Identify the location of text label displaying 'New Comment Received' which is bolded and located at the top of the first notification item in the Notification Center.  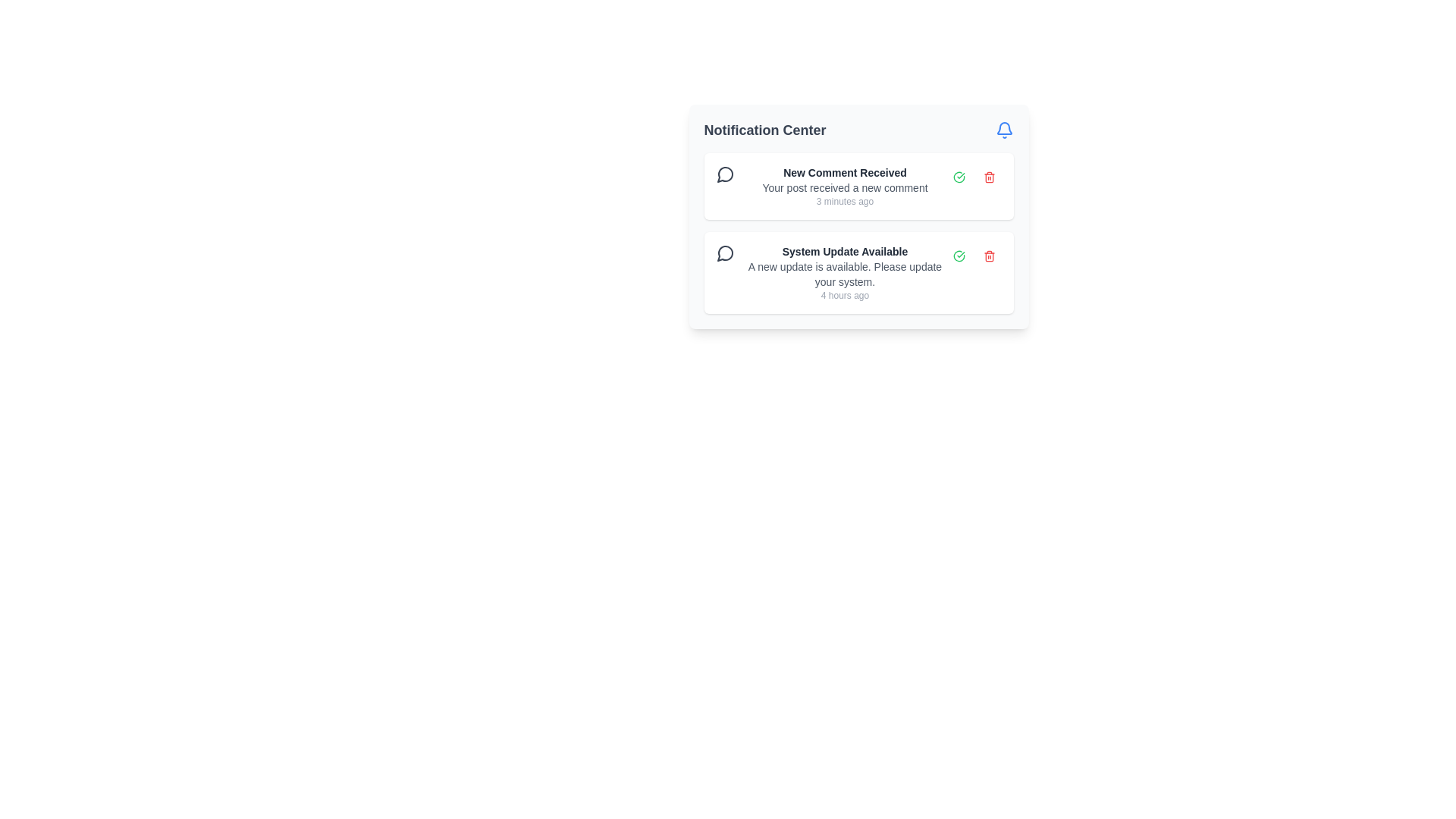
(844, 171).